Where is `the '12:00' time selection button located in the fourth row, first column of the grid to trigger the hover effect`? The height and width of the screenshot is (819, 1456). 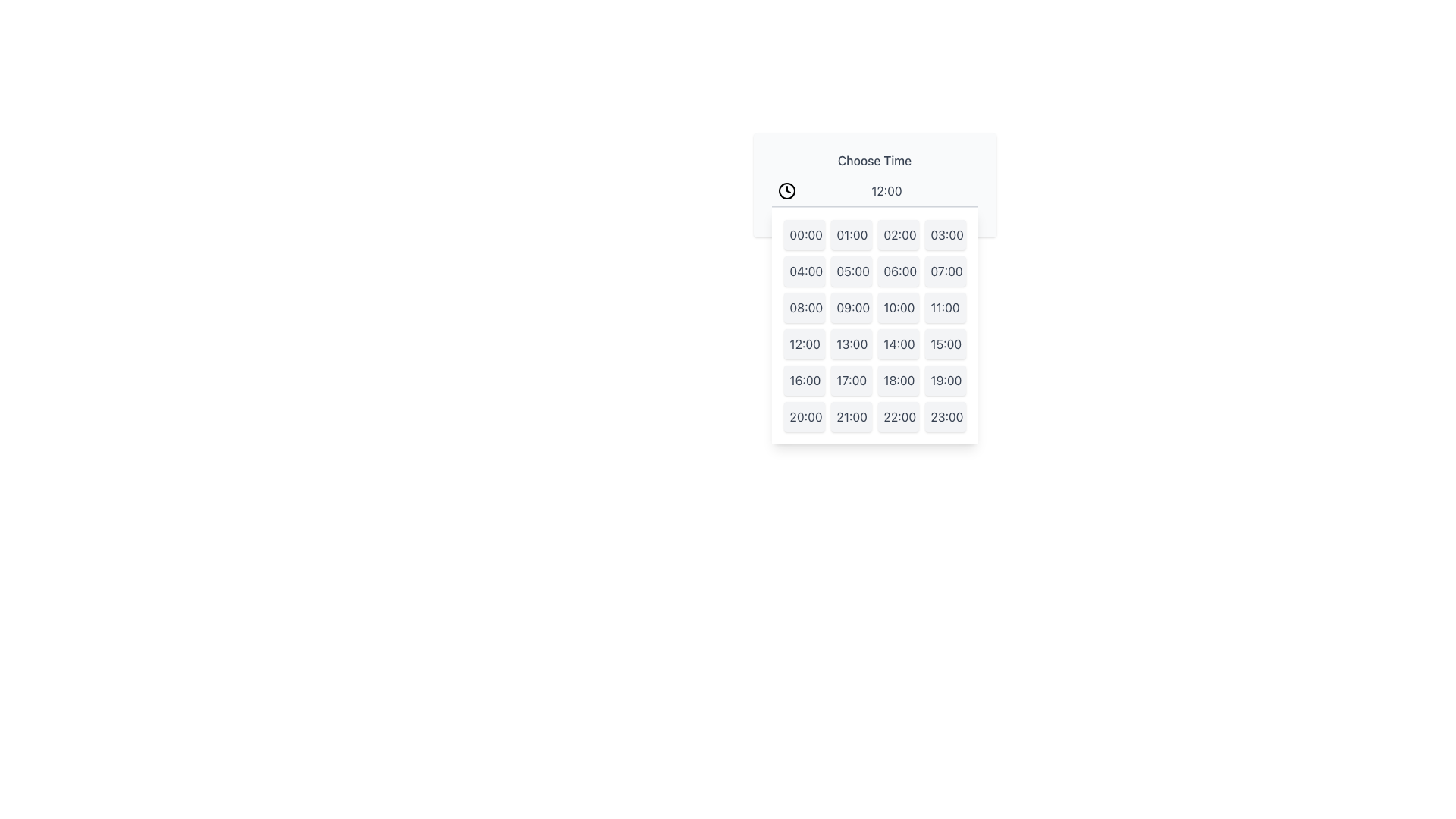 the '12:00' time selection button located in the fourth row, first column of the grid to trigger the hover effect is located at coordinates (803, 344).